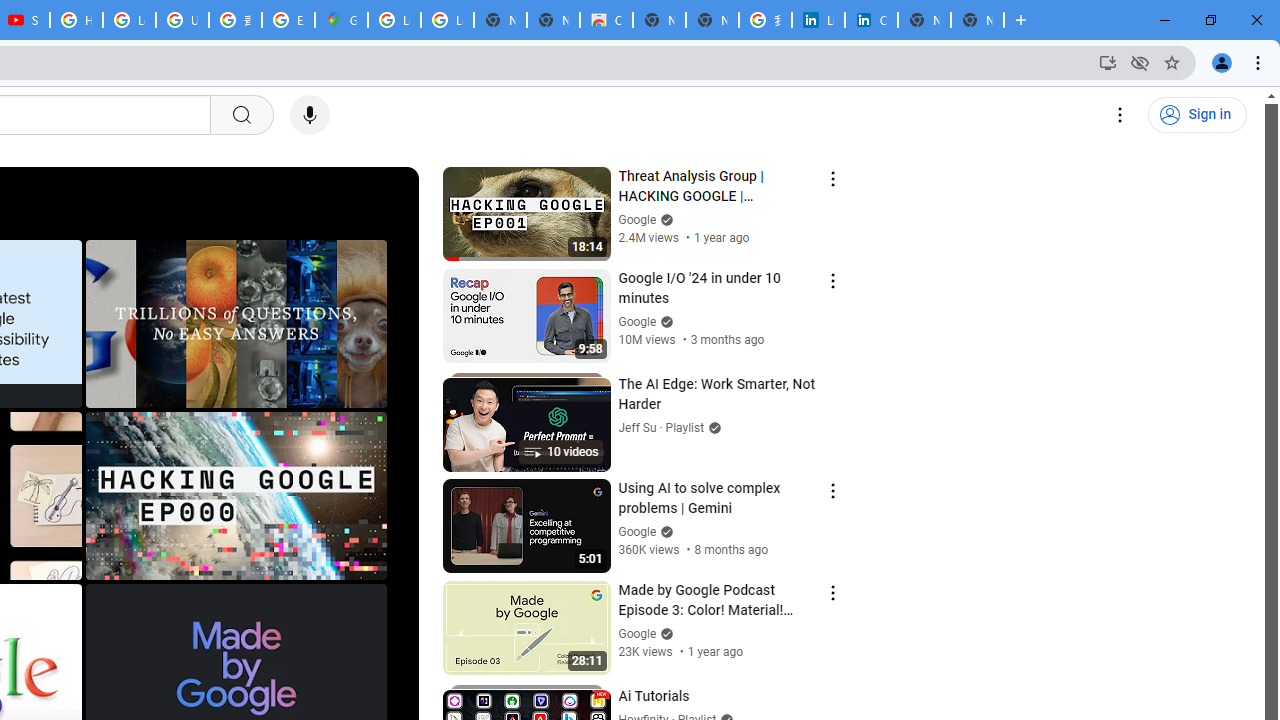 The width and height of the screenshot is (1280, 720). I want to click on 'Settings', so click(1120, 115).